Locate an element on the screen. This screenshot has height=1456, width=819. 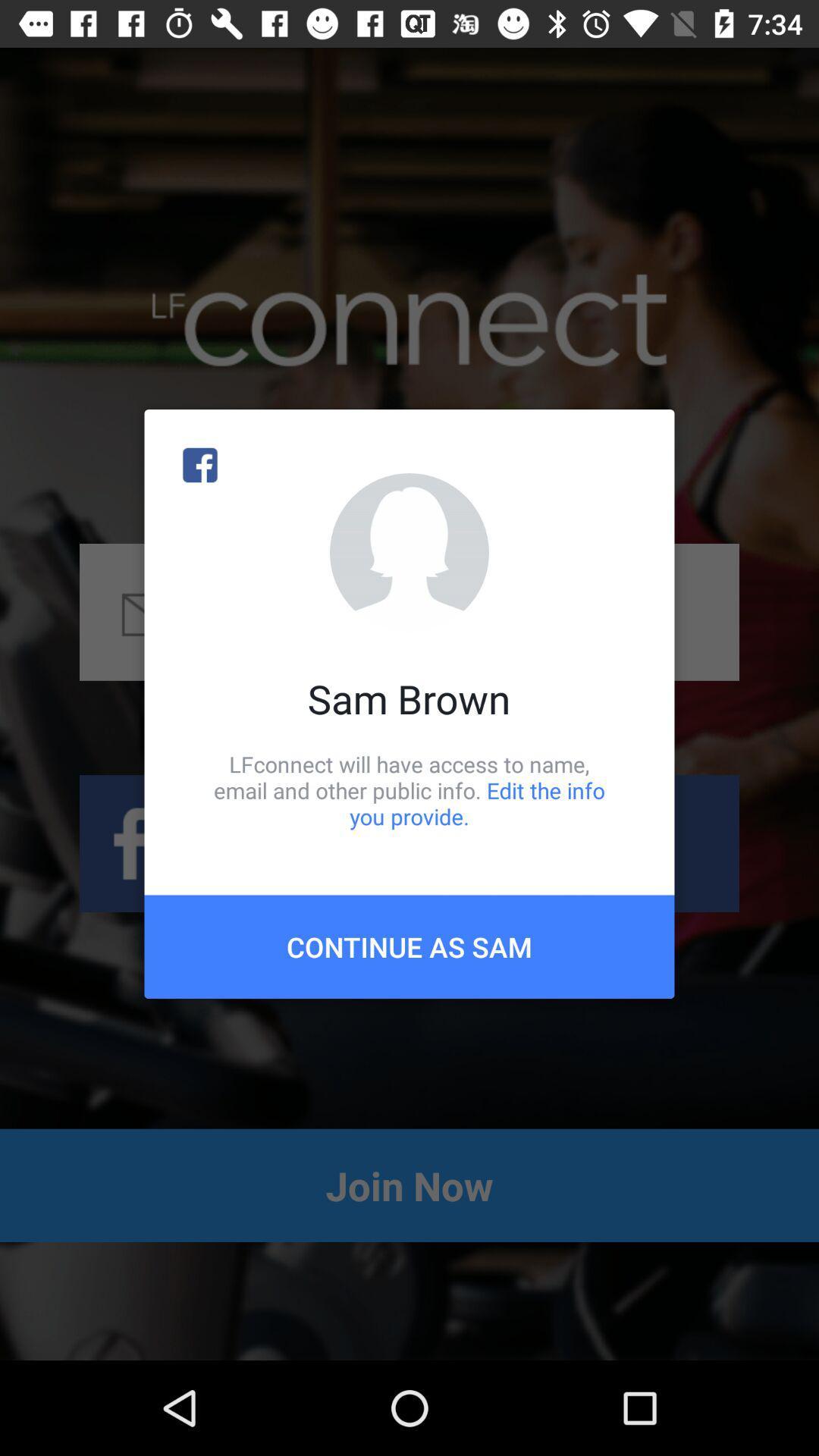
lfconnect will have is located at coordinates (409, 789).